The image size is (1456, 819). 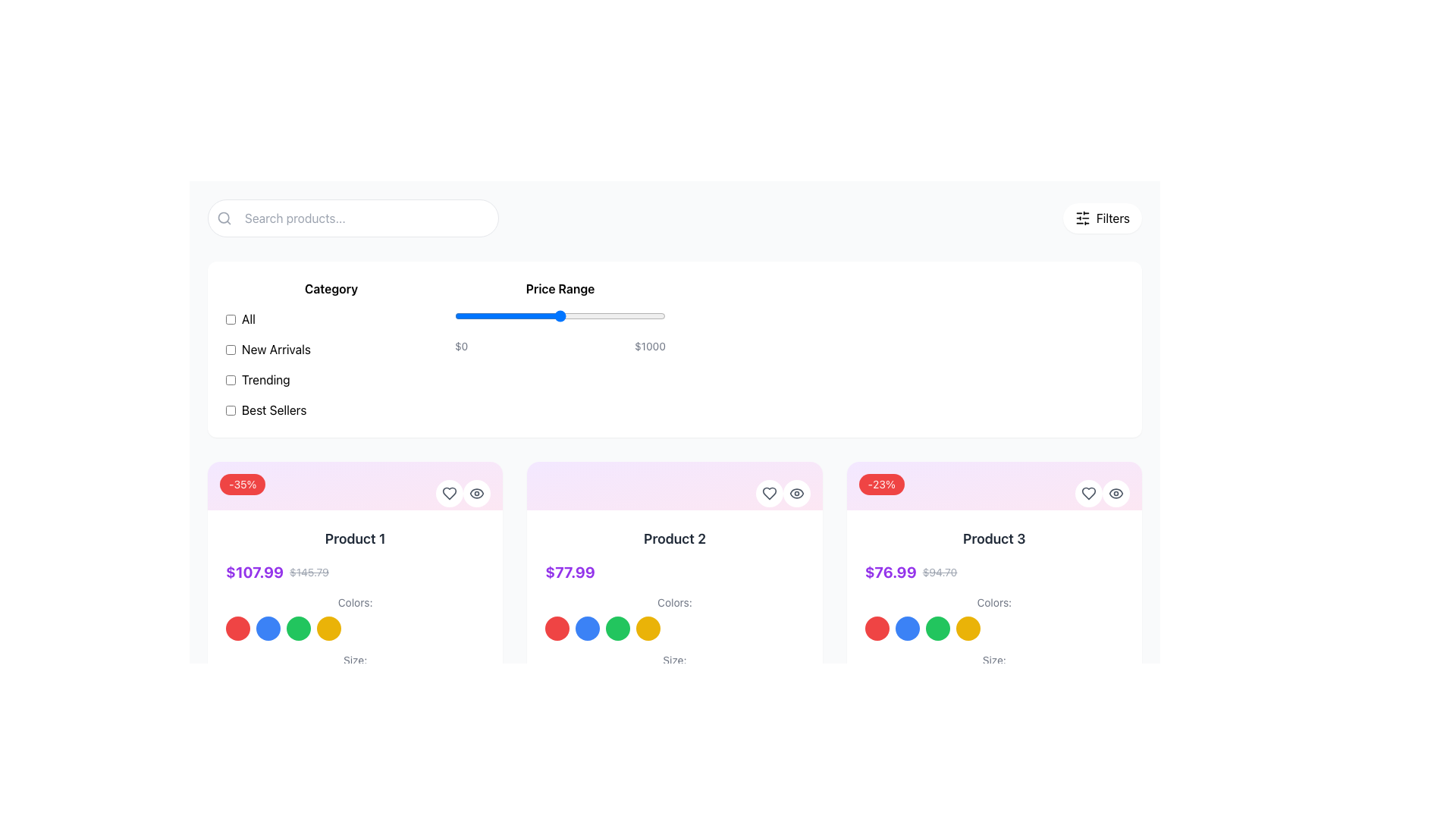 I want to click on the rounded circle button with a gray heart icon in the top-right corner of the 'Product 3' card, so click(x=1087, y=494).